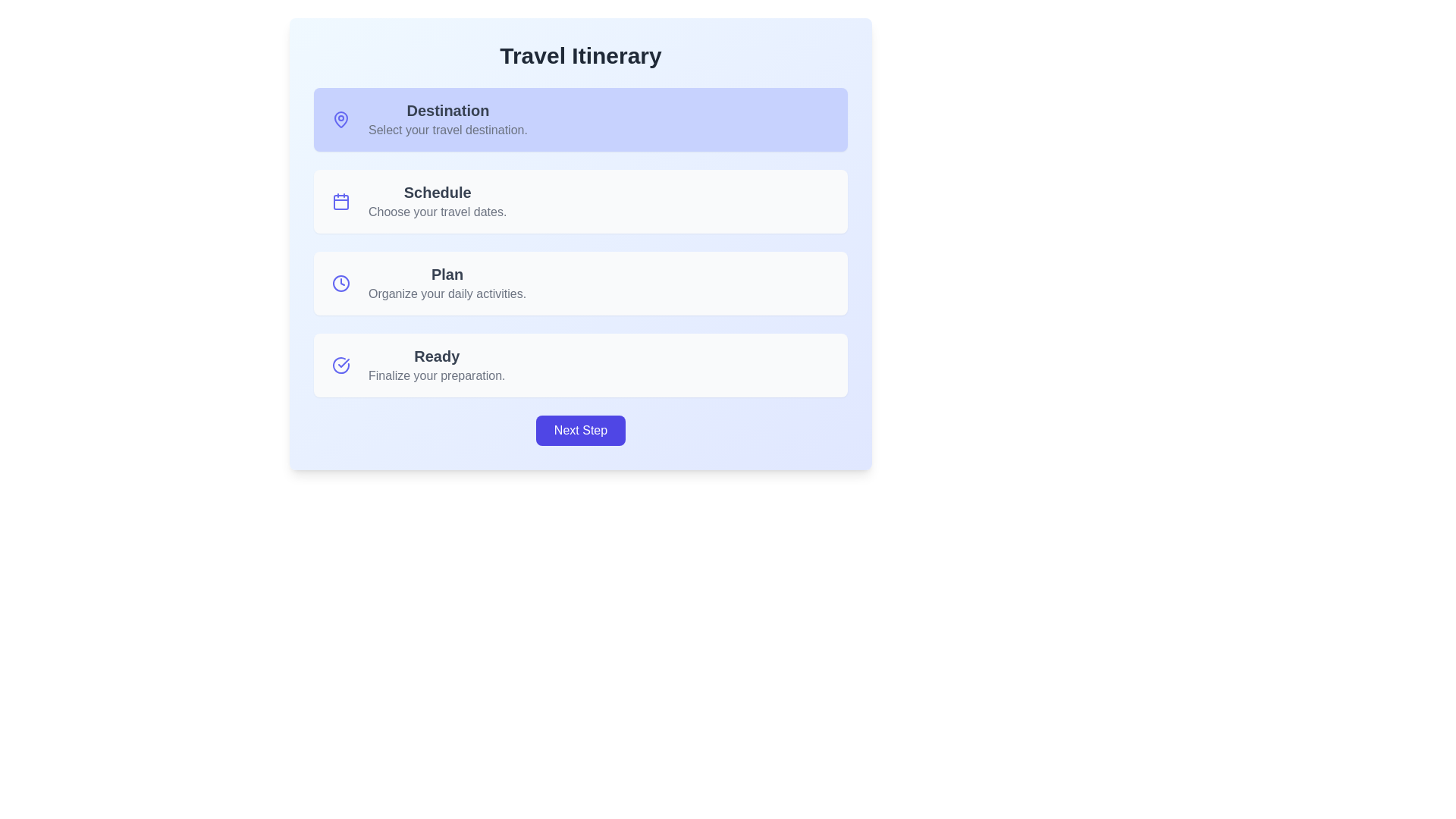 This screenshot has width=1456, height=819. What do you see at coordinates (340, 118) in the screenshot?
I see `the teardrop-shaped map pin marker icon located to the left of the 'Destination' heading in the 'Travel Itinerary' section` at bounding box center [340, 118].